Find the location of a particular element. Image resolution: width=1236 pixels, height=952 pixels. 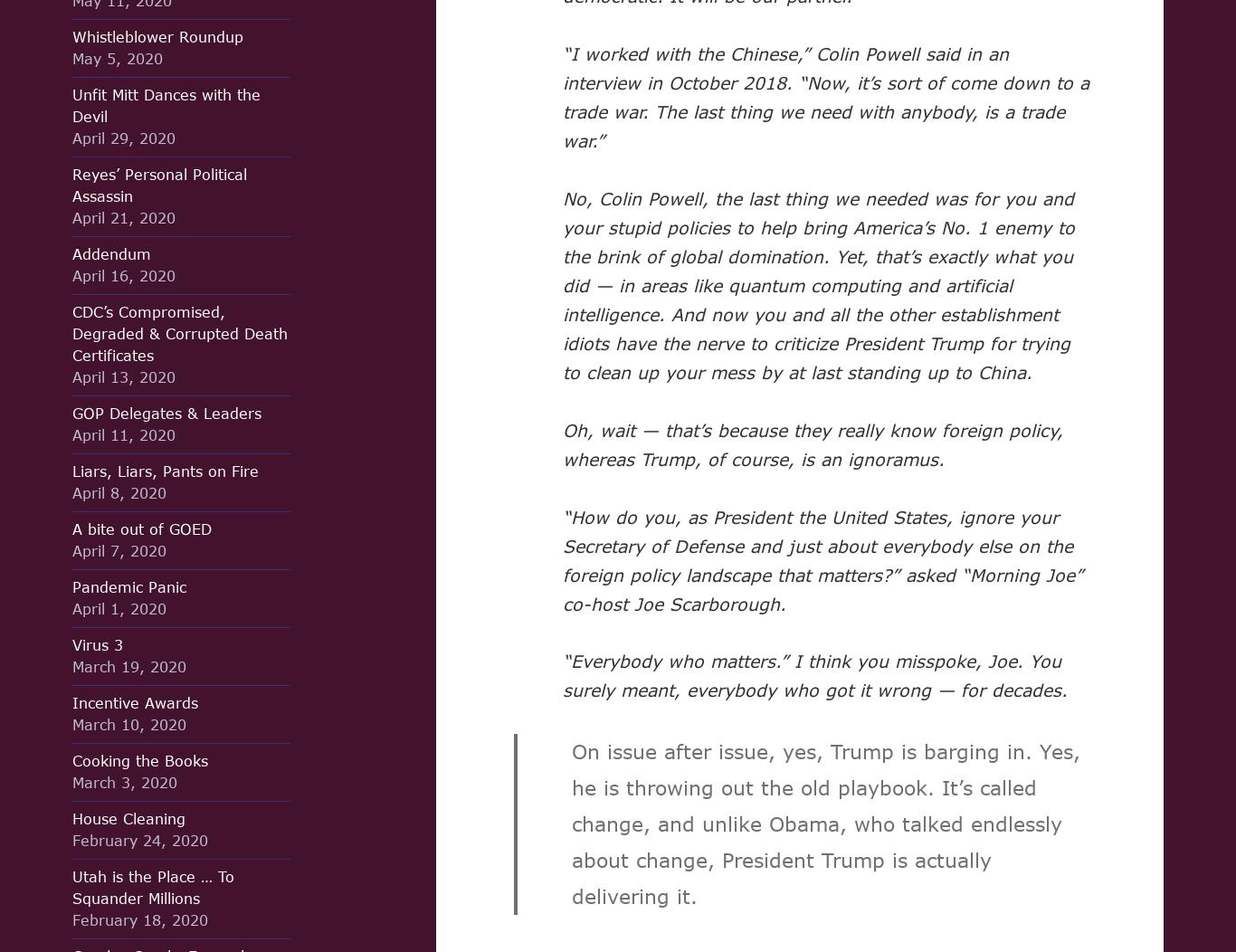

'March 10, 2020' is located at coordinates (128, 724).